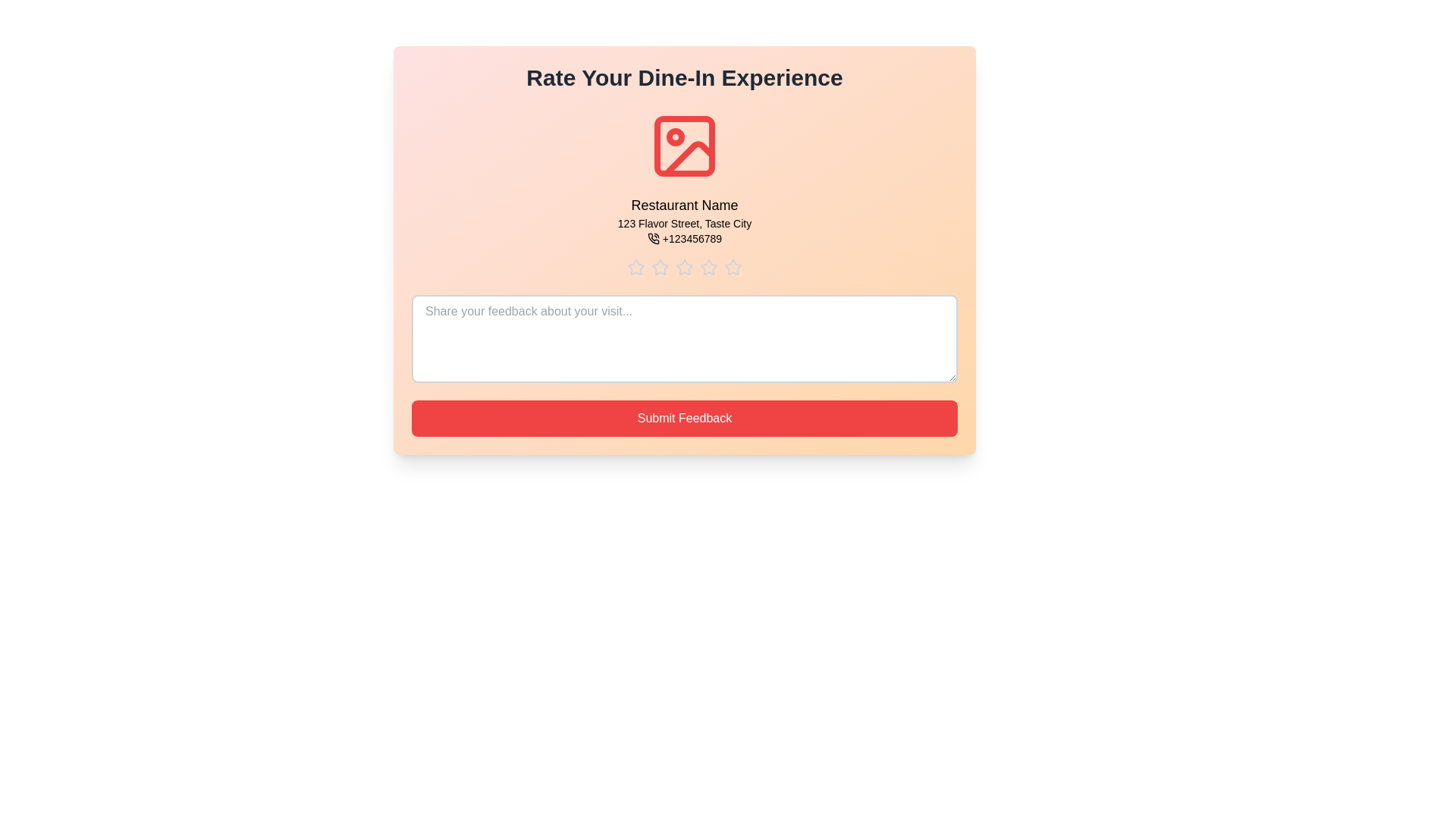 This screenshot has width=1456, height=819. Describe the element at coordinates (636, 267) in the screenshot. I see `the restaurant rating to 1 stars by clicking the respective star` at that location.